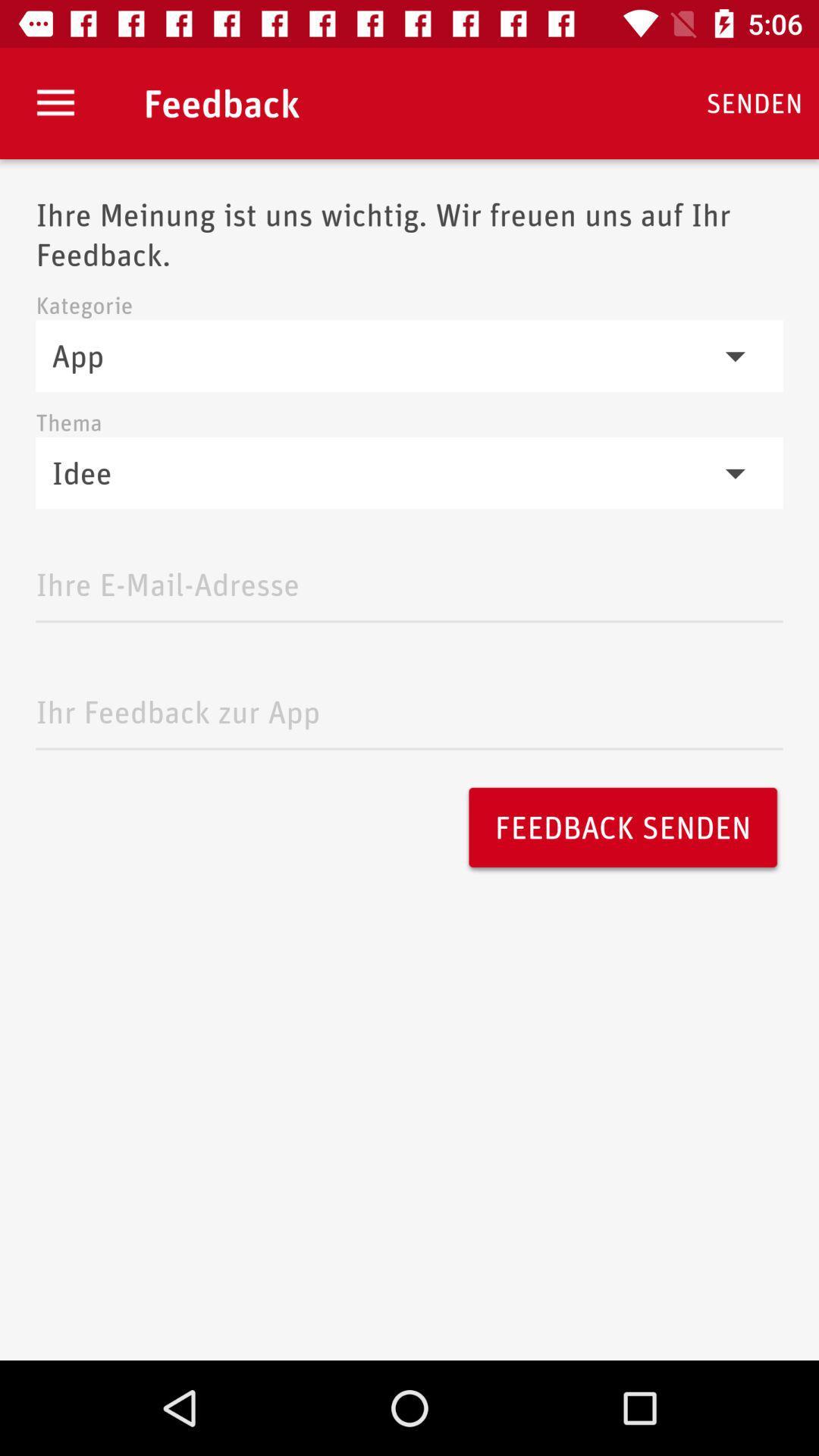 The image size is (819, 1456). Describe the element at coordinates (409, 707) in the screenshot. I see `comment box for feedback` at that location.